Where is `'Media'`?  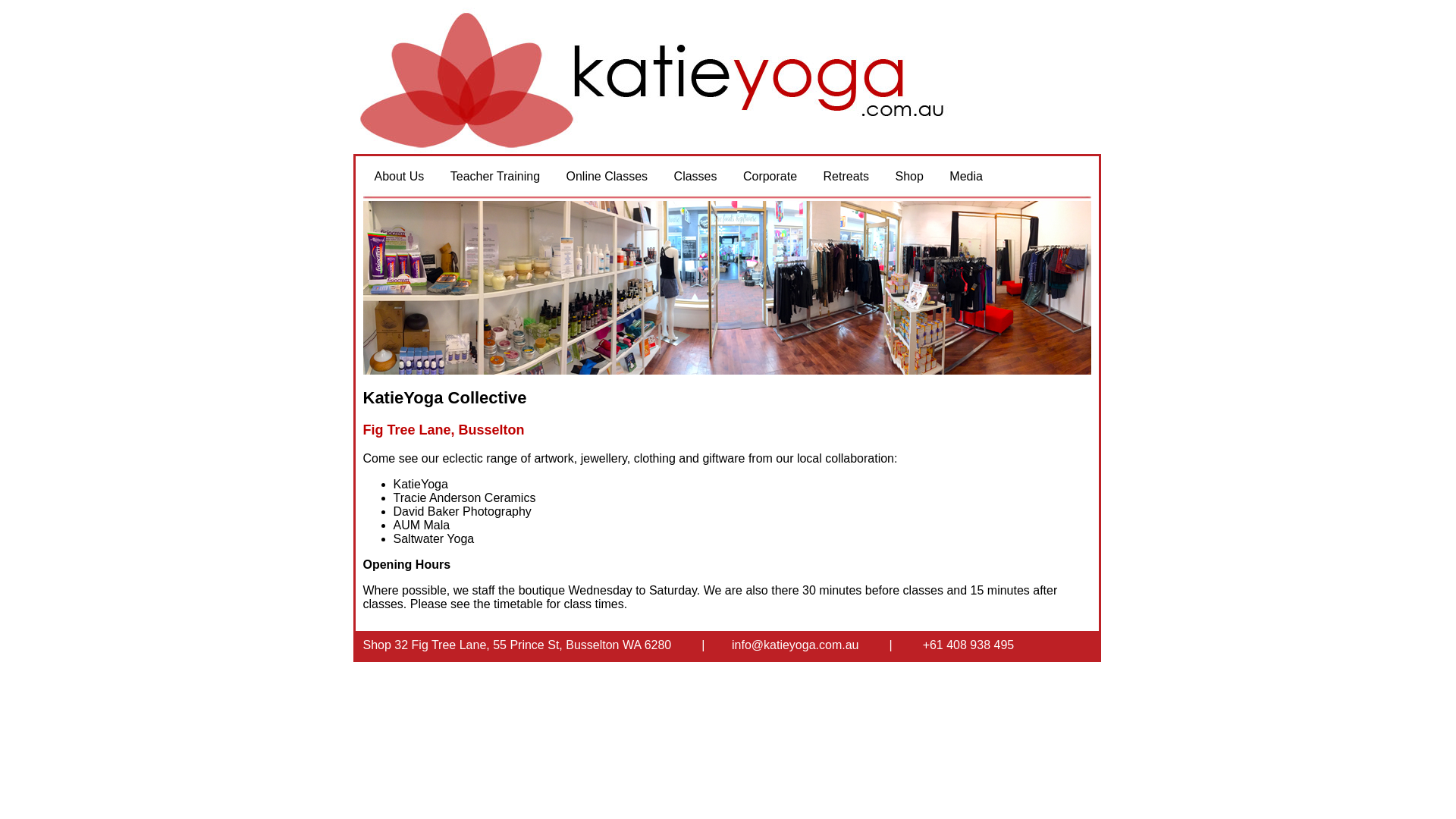 'Media' is located at coordinates (965, 175).